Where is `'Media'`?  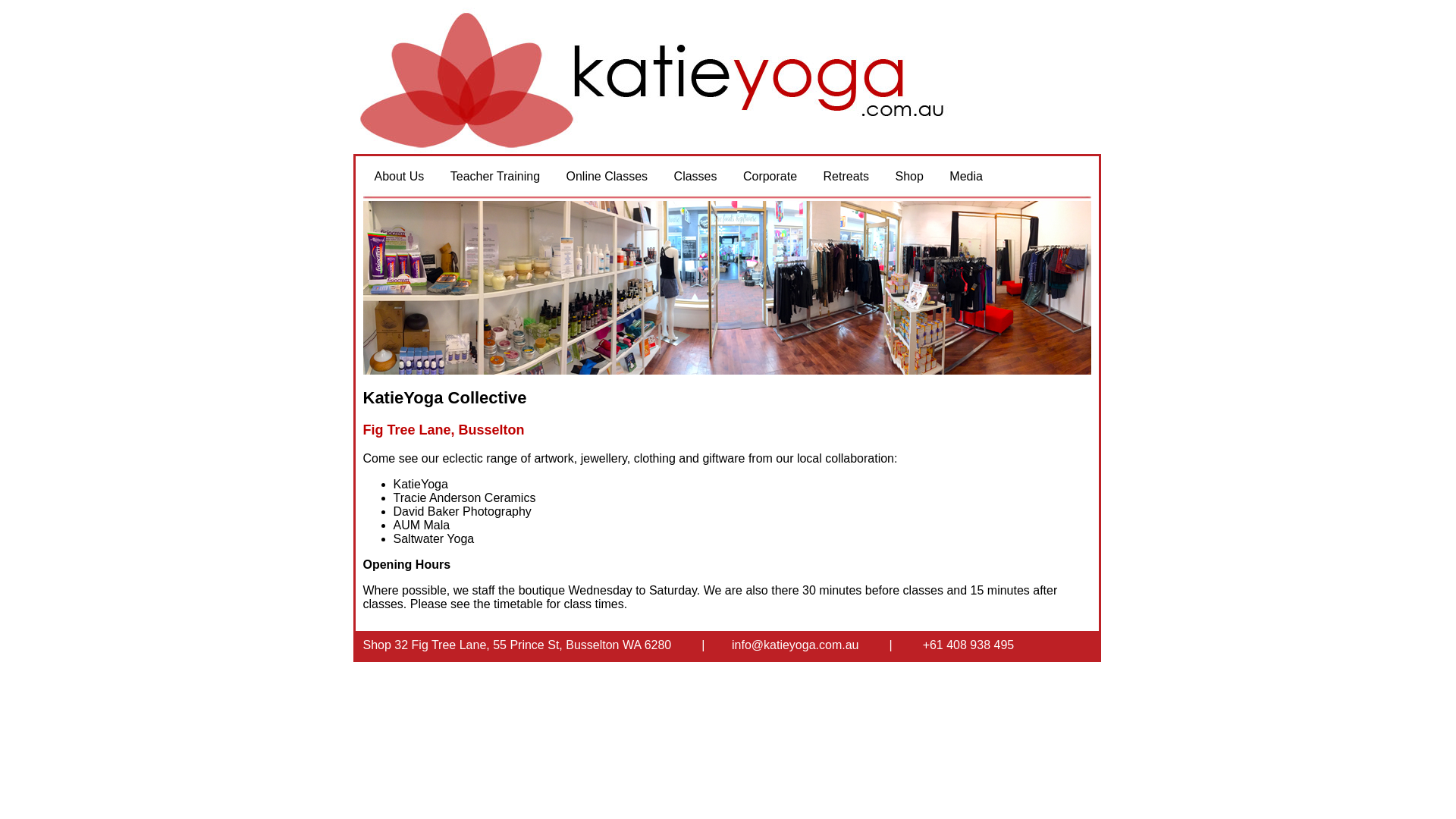 'Media' is located at coordinates (965, 175).